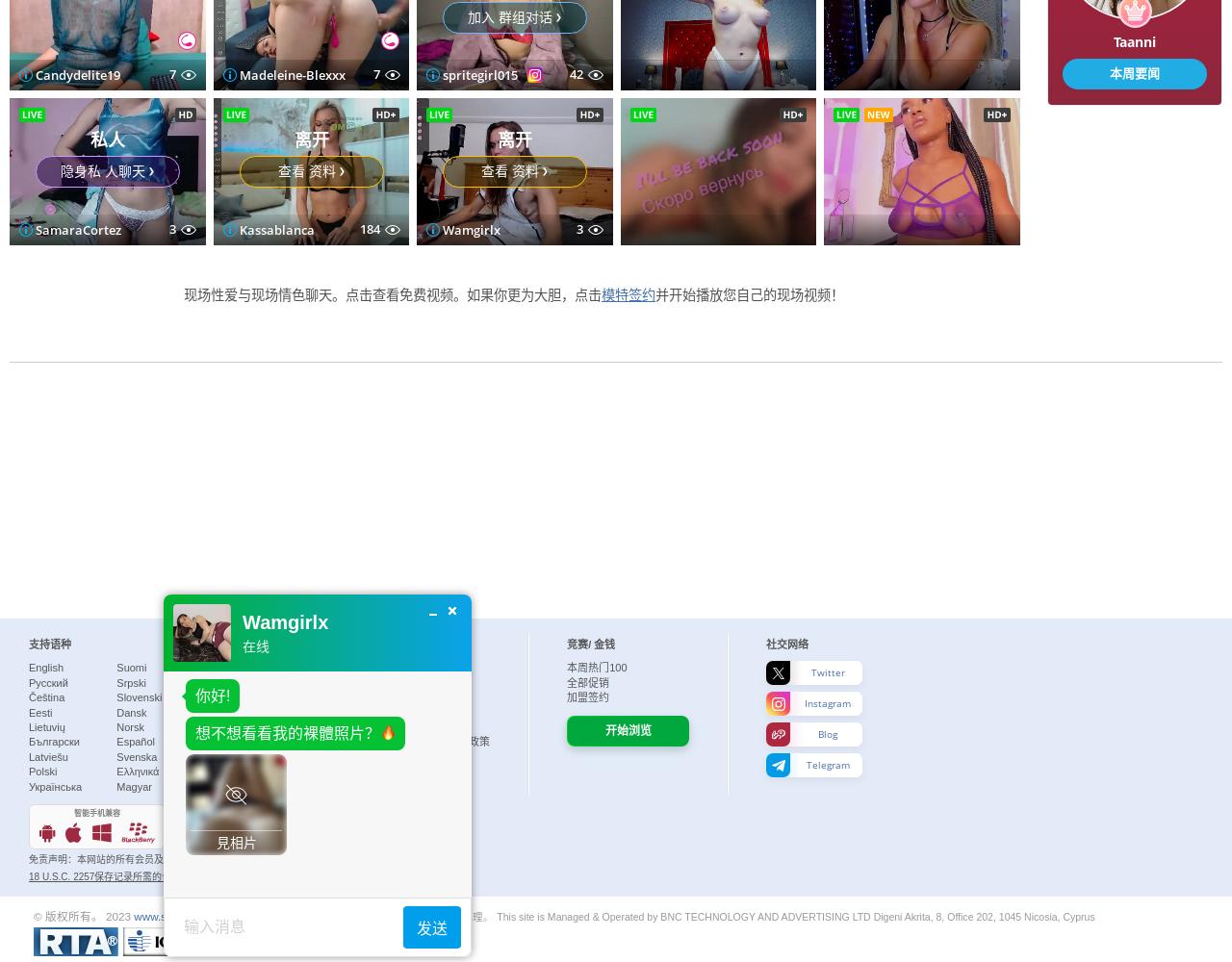  What do you see at coordinates (827, 671) in the screenshot?
I see `'Twitter'` at bounding box center [827, 671].